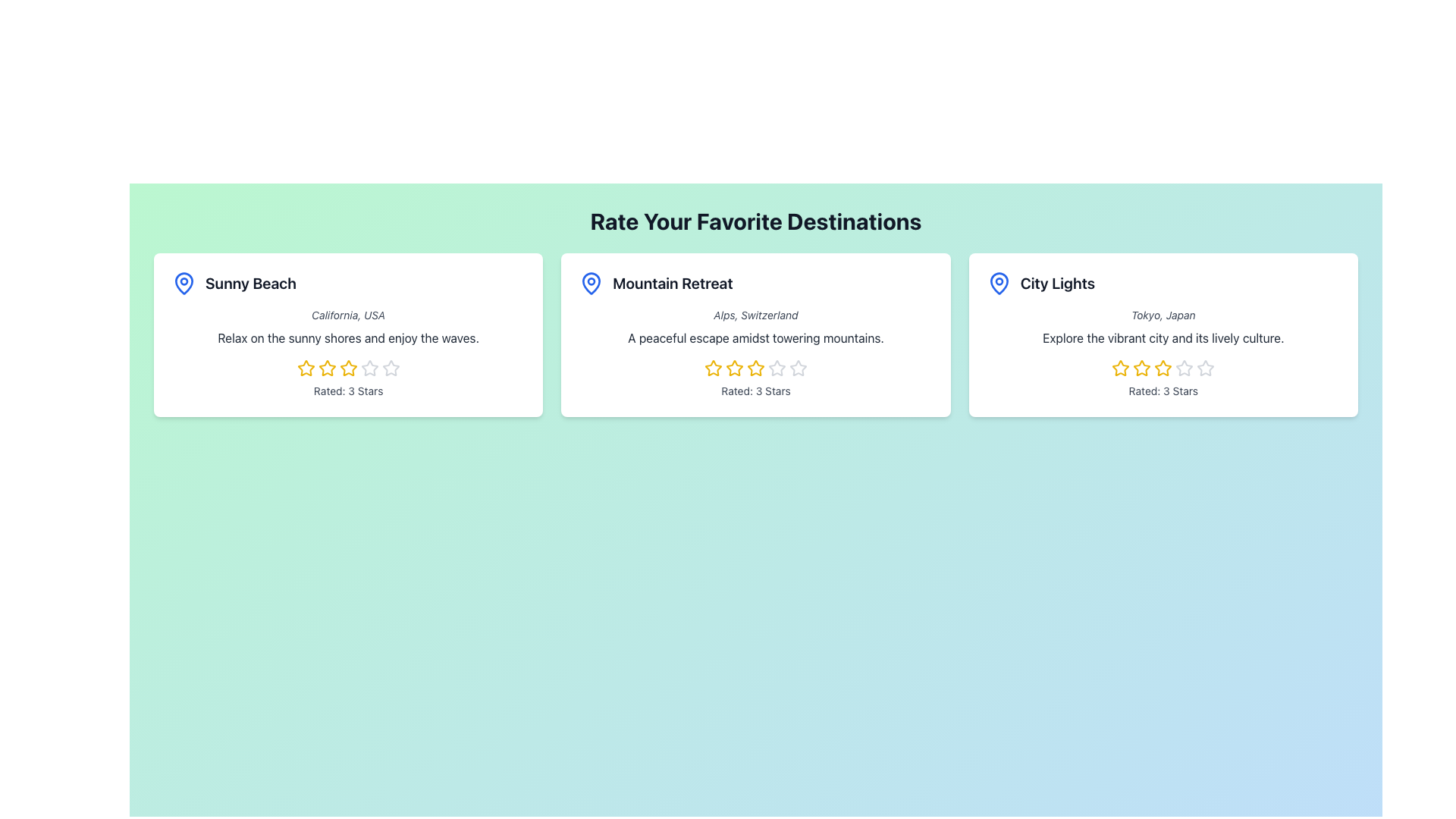 The image size is (1456, 819). I want to click on the blue pin icon located at the upper-left corner of the 'Mountain Retreat' card in the navigation interface, so click(591, 284).